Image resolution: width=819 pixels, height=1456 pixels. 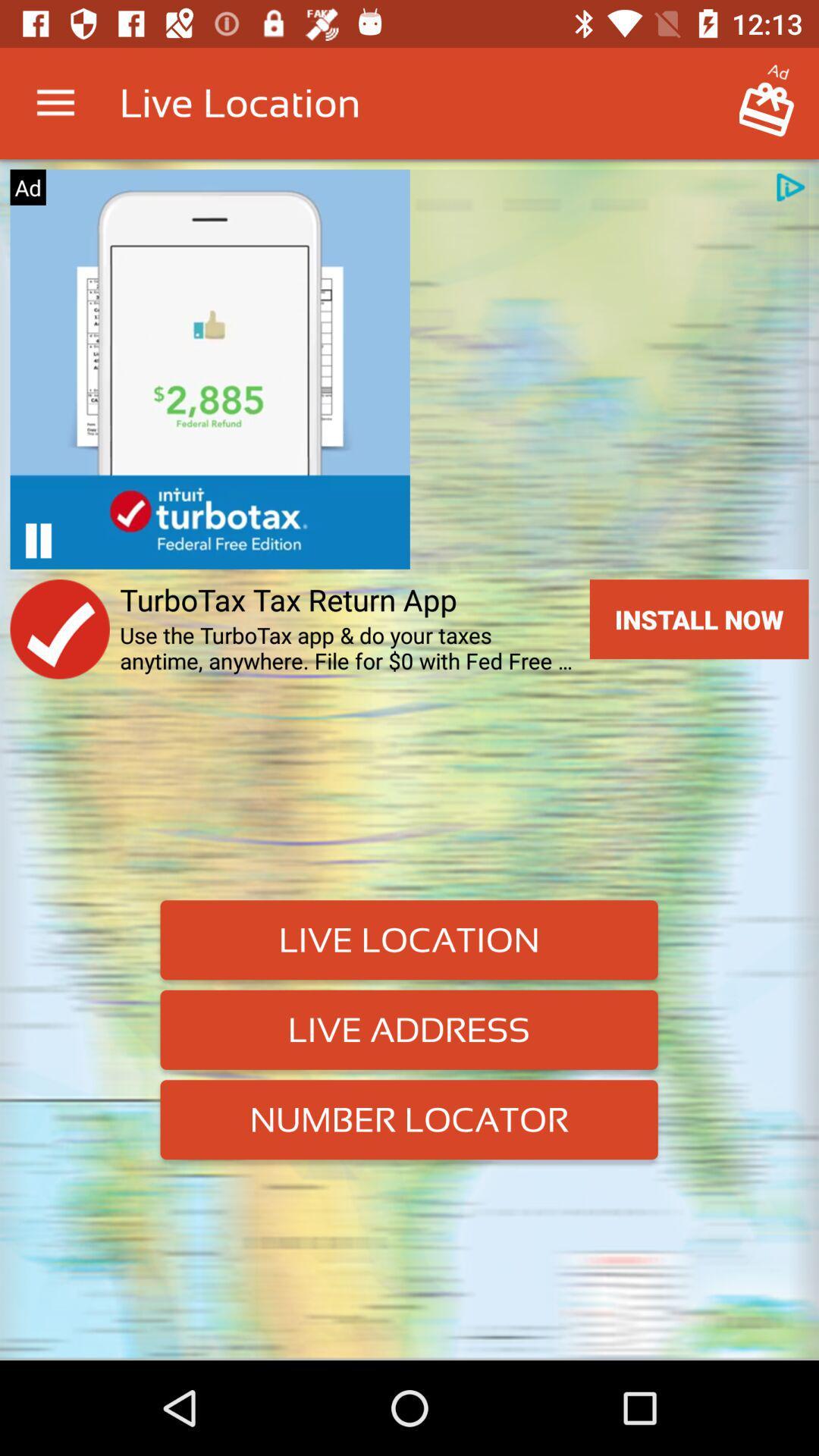 What do you see at coordinates (37, 541) in the screenshot?
I see `advertisement page` at bounding box center [37, 541].